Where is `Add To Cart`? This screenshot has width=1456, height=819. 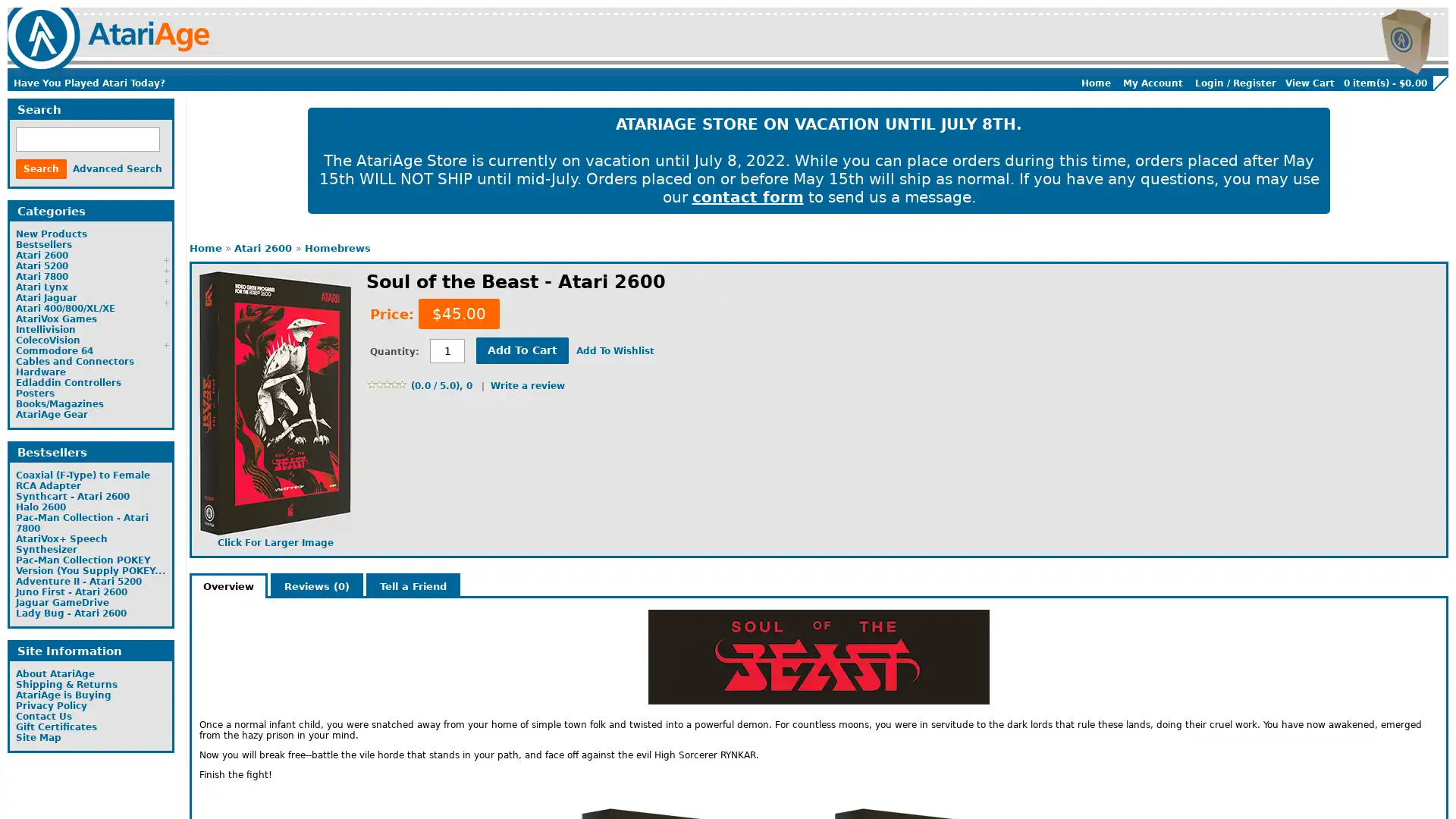
Add To Cart is located at coordinates (522, 350).